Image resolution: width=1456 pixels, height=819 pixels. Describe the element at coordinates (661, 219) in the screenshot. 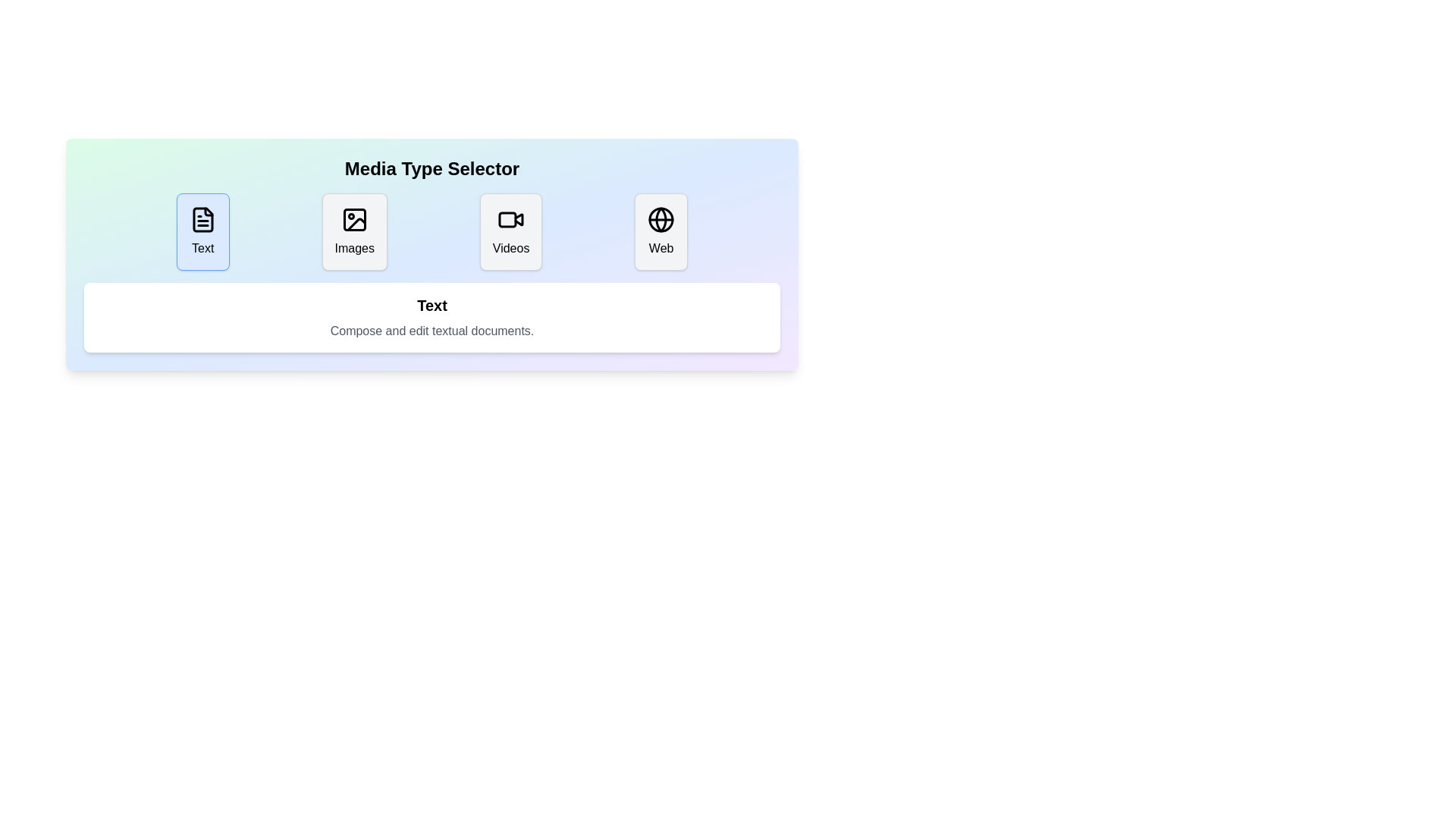

I see `the SVG Circle element, which is a circular graphical item with a defined border, part of the 'Web' icon in the Media Type Selector` at that location.